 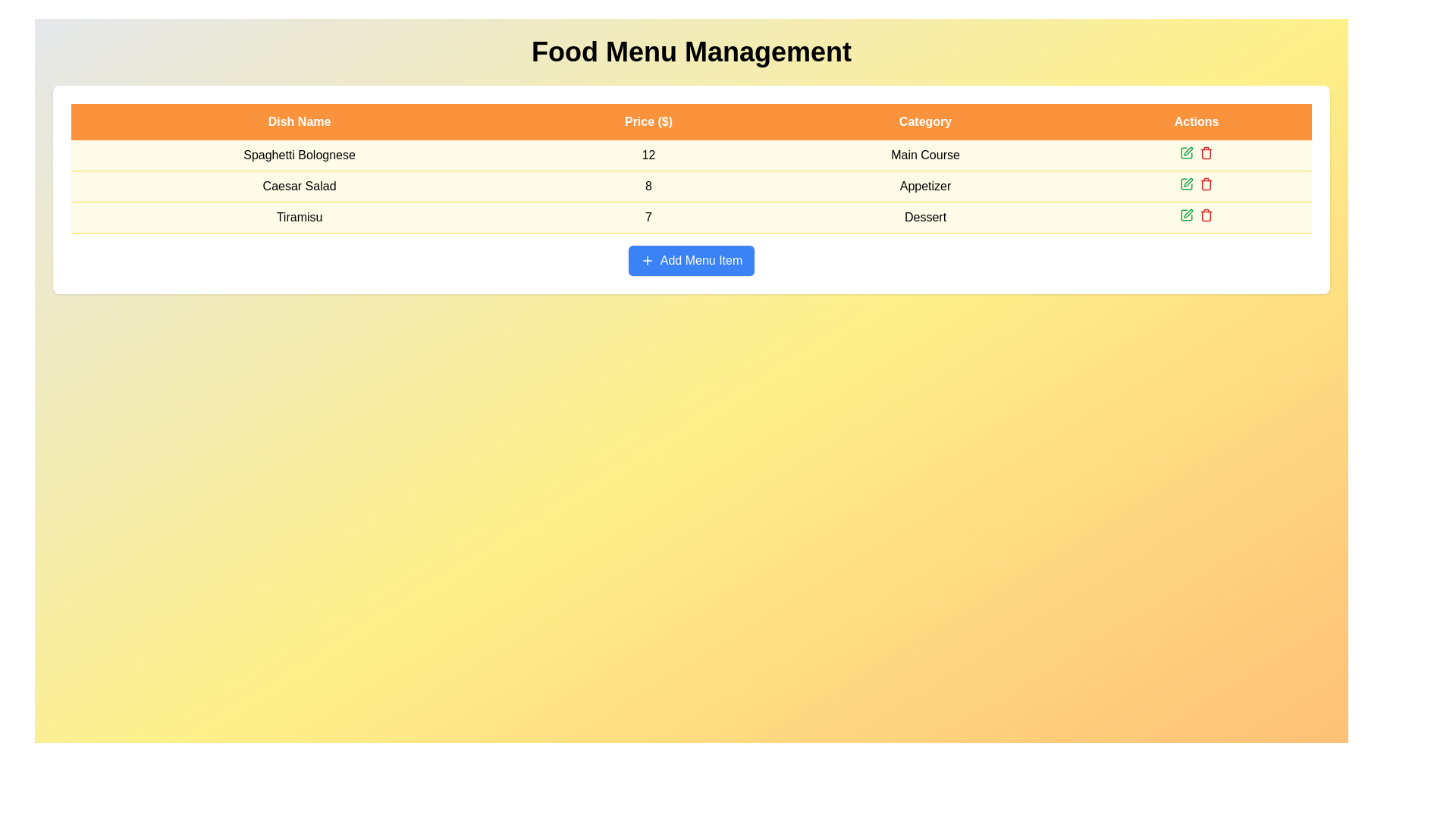 What do you see at coordinates (648, 155) in the screenshot?
I see `the numerical text display showing the value '12' in the 'Price ($)' column of the first row of the table, which is styled with padding and a light yellow background` at bounding box center [648, 155].